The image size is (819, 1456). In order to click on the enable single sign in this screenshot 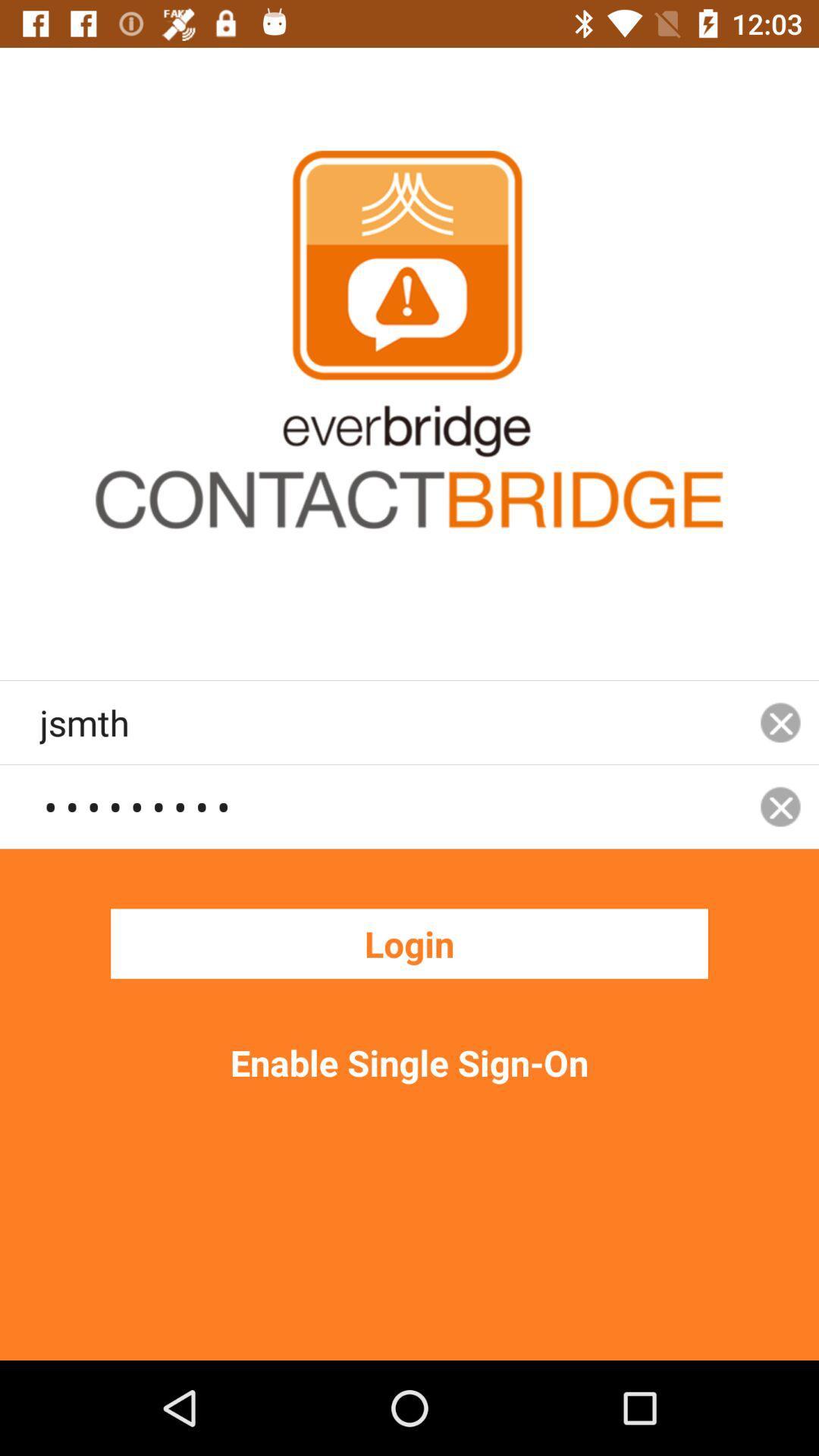, I will do `click(409, 1062)`.